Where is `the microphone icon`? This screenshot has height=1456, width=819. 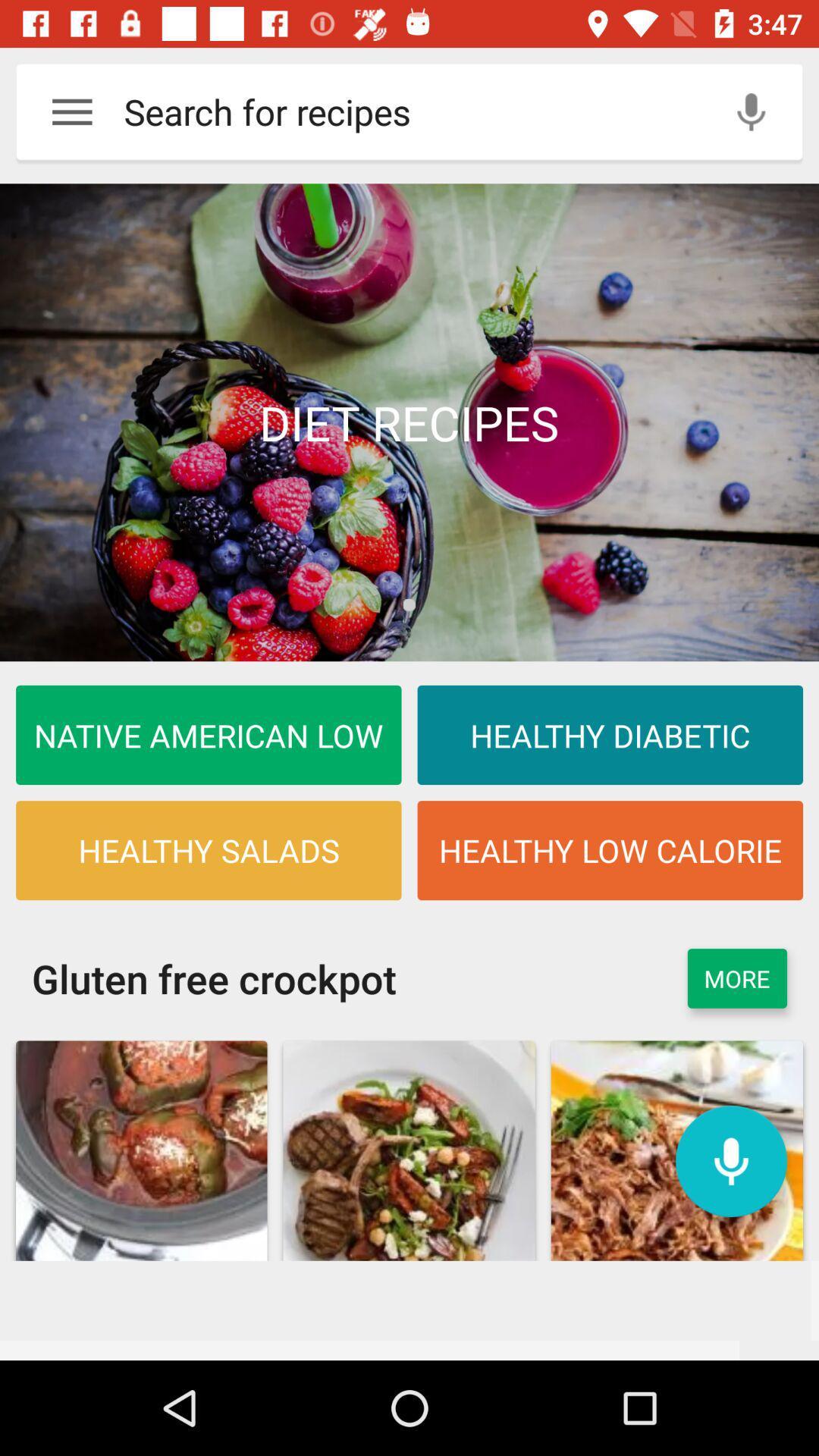 the microphone icon is located at coordinates (751, 111).